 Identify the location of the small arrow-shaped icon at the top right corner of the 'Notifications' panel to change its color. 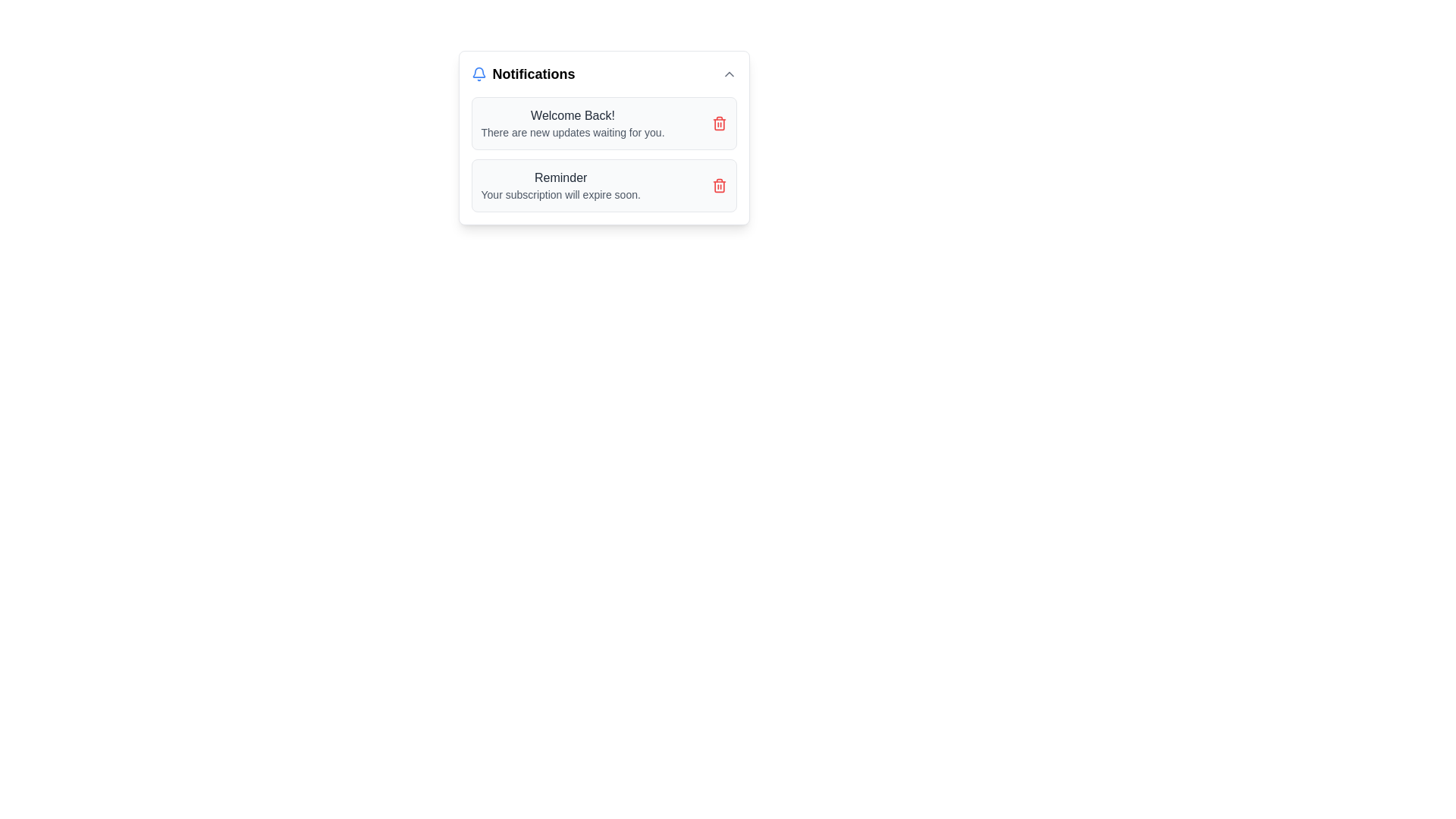
(729, 74).